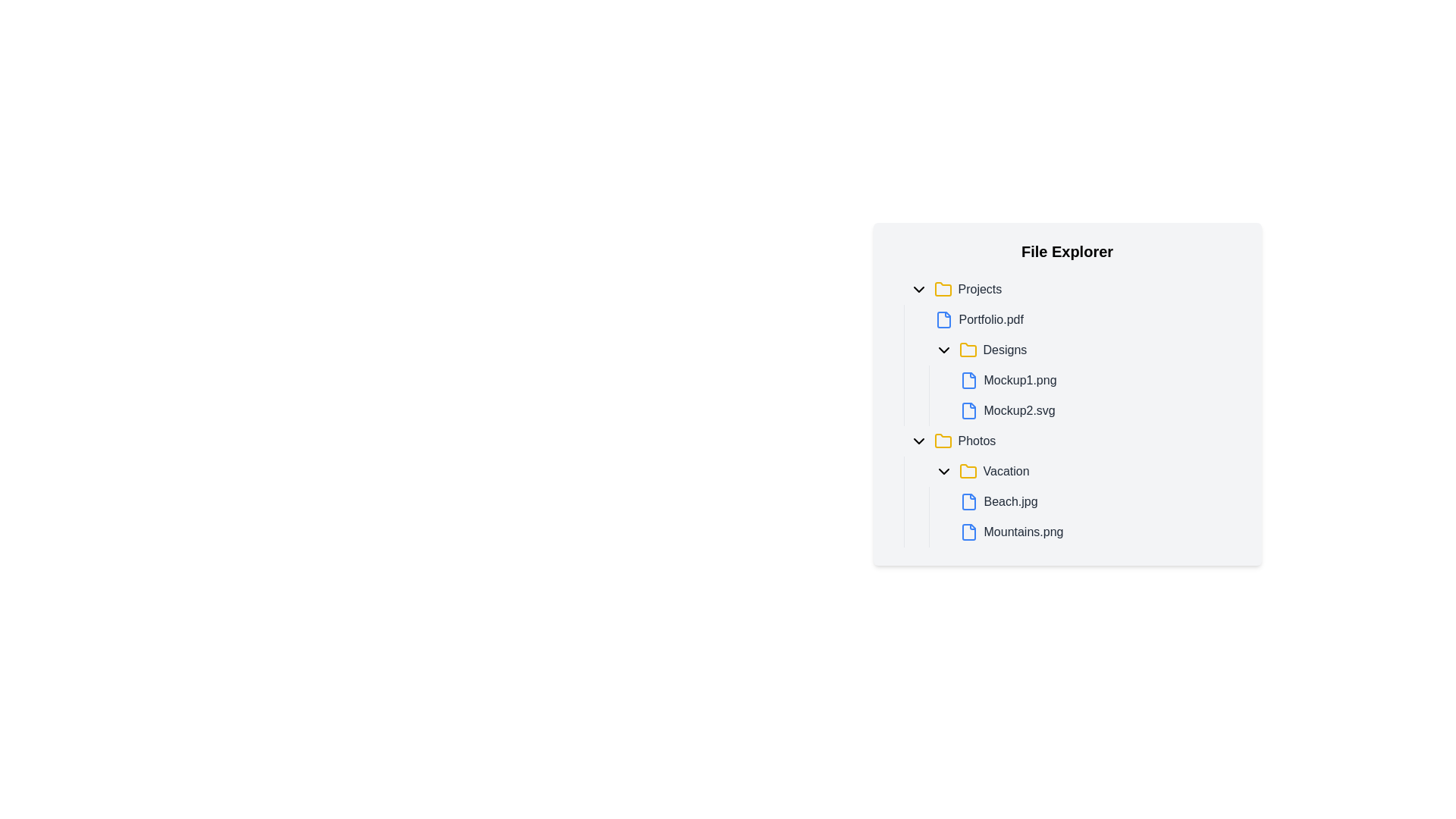  I want to click on the blue document file icon located next, so click(968, 379).